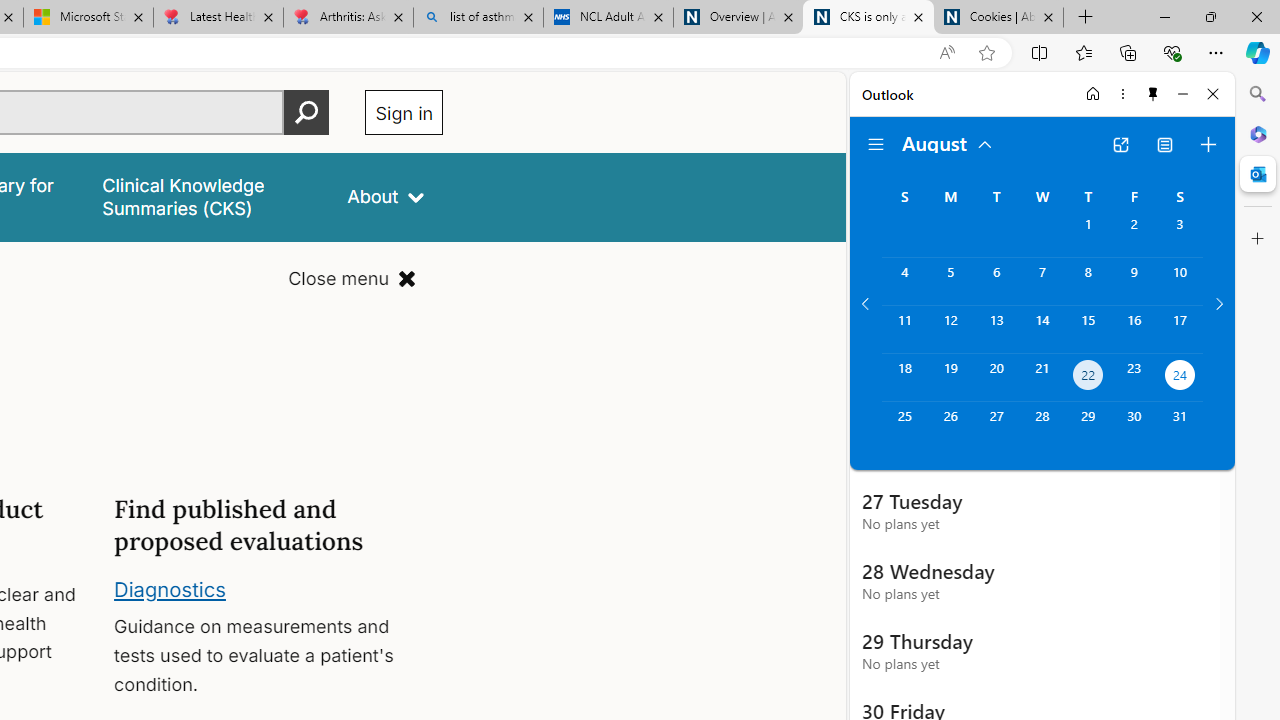 This screenshot has height=720, width=1280. I want to click on 'Monday, August 12, 2024. ', so click(949, 328).